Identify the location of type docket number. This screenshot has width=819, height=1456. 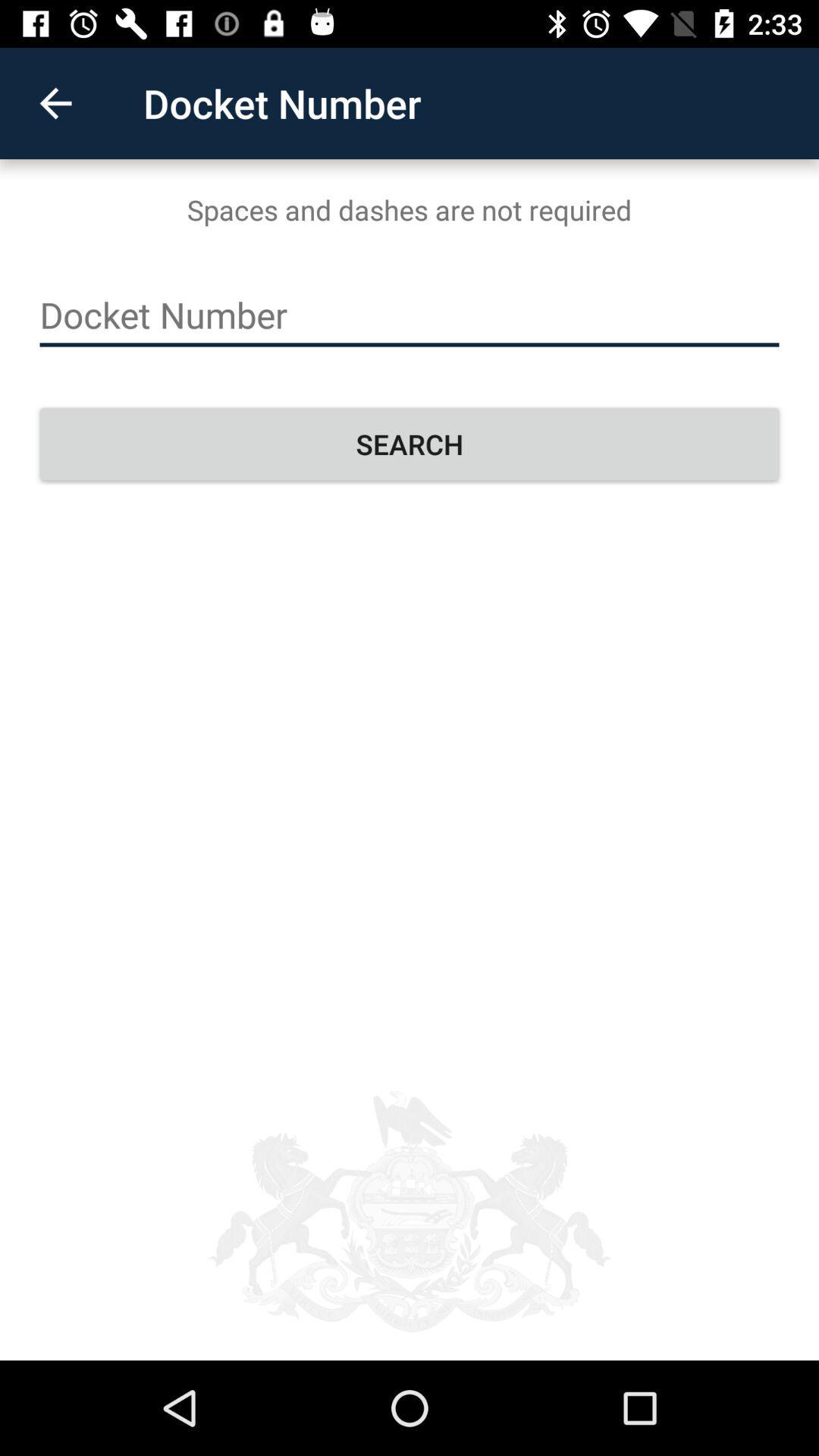
(409, 315).